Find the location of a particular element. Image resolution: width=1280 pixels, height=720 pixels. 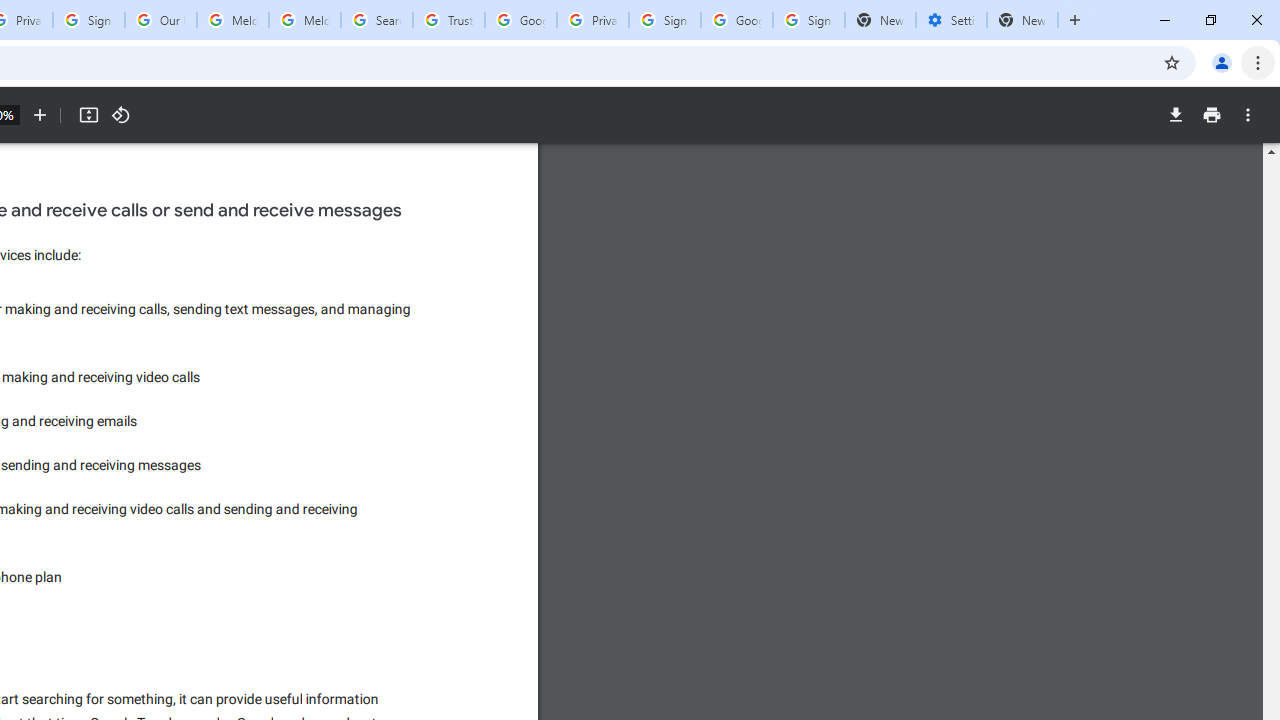

'Zoom in' is located at coordinates (39, 115).